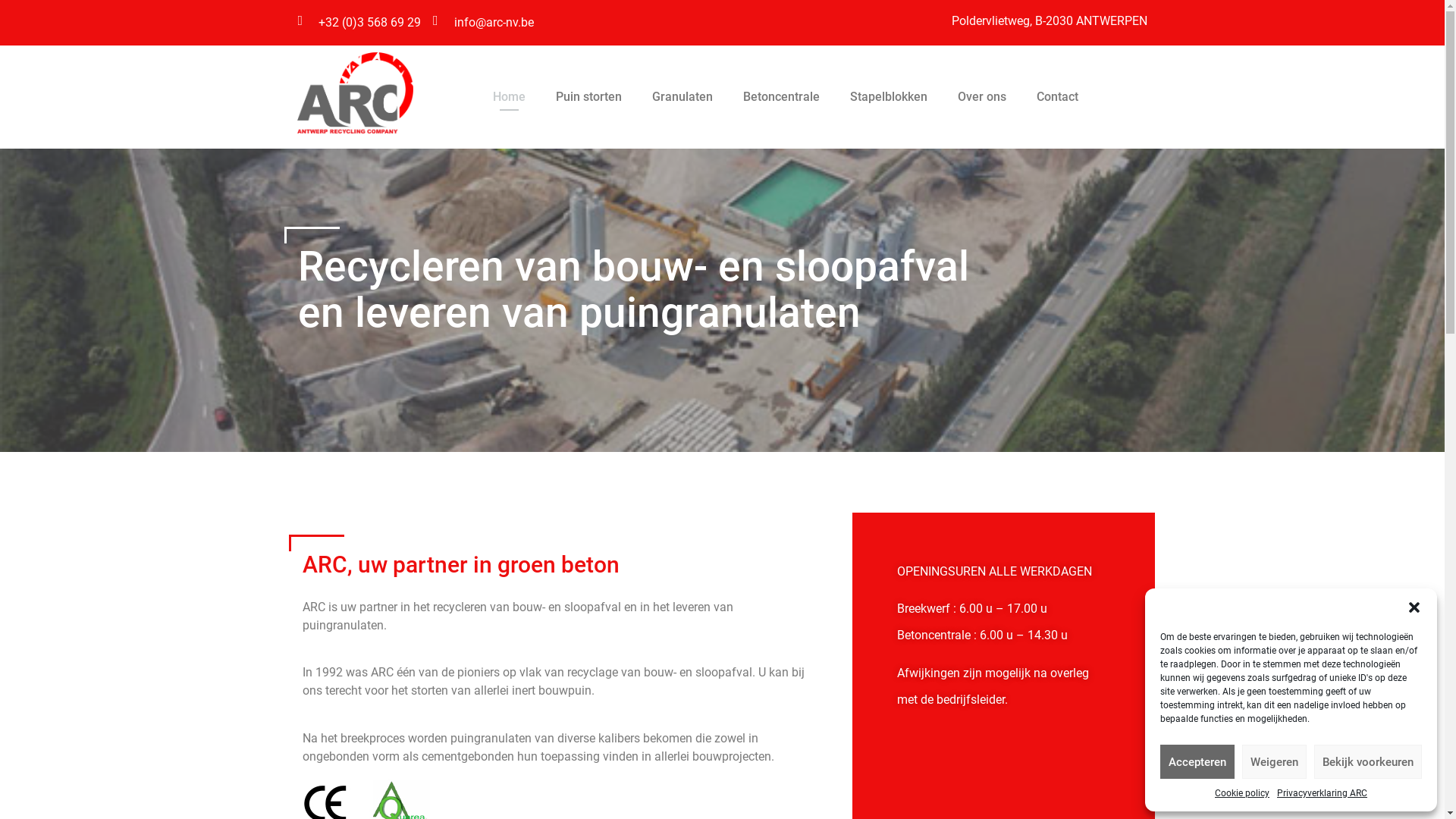  Describe the element at coordinates (482, 23) in the screenshot. I see `'info@arc-nv.be'` at that location.